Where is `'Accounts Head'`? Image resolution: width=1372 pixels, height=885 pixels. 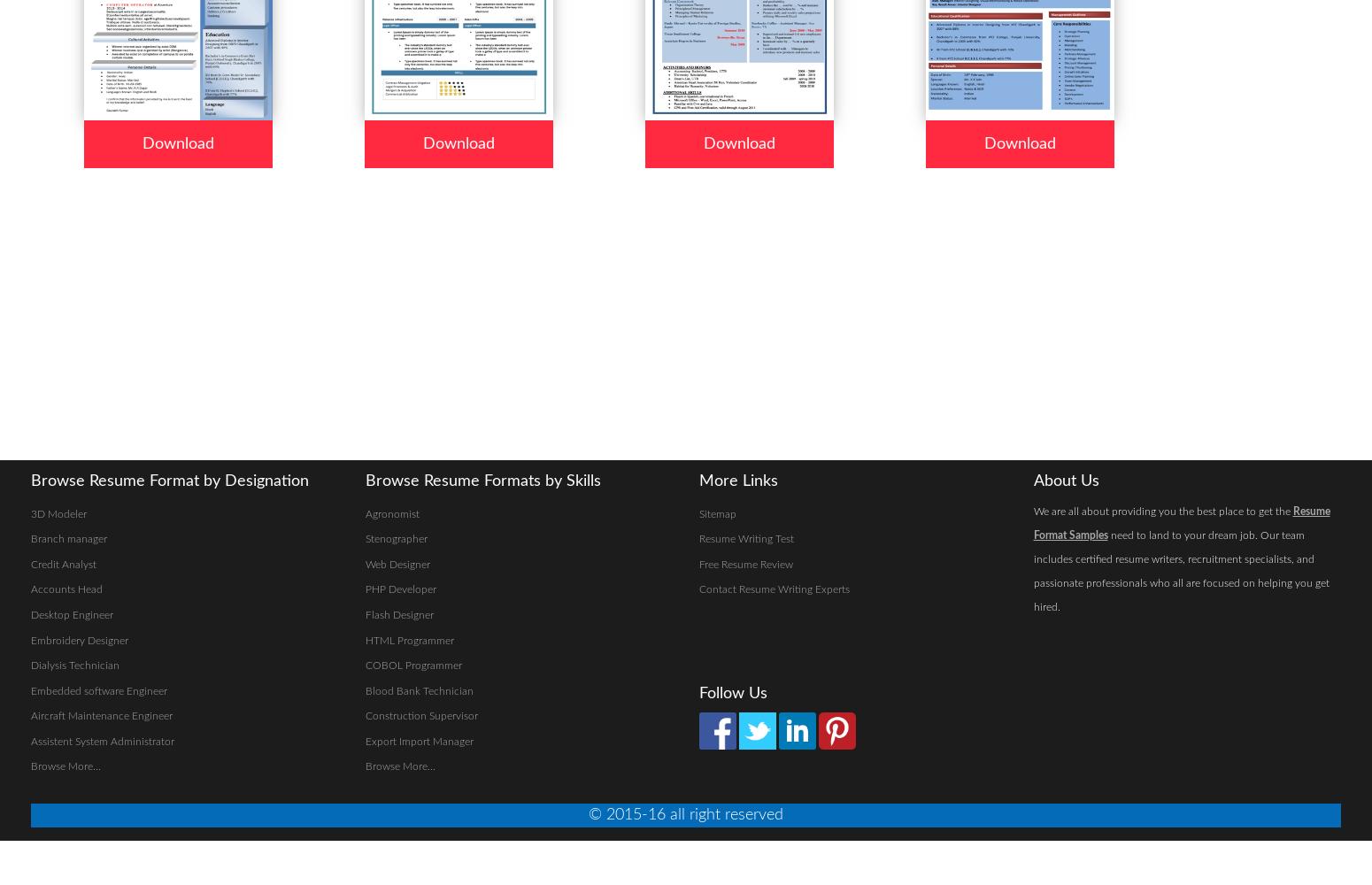
'Accounts Head' is located at coordinates (30, 589).